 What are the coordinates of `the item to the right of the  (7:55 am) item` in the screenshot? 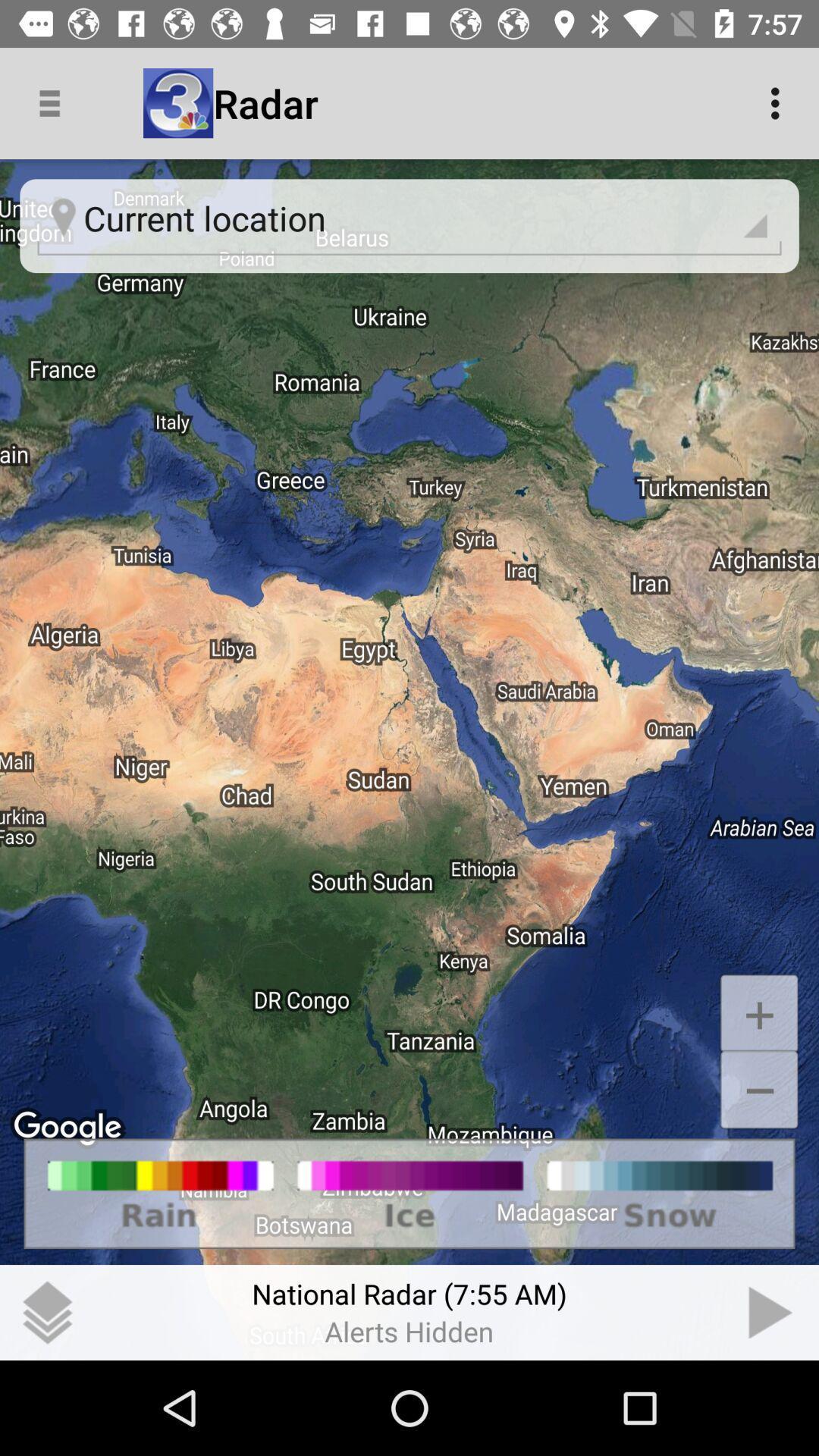 It's located at (771, 1312).